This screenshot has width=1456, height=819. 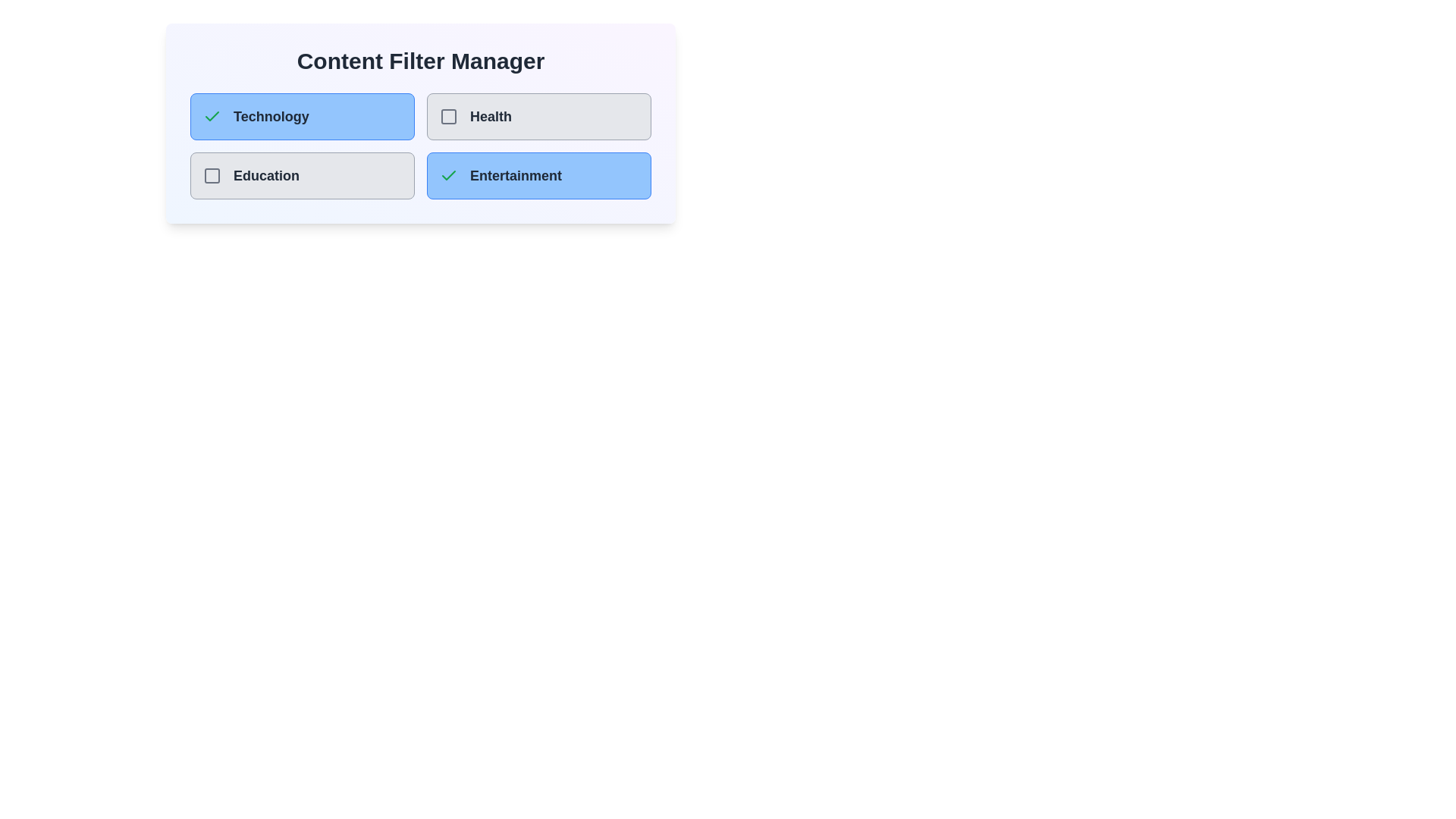 What do you see at coordinates (302, 116) in the screenshot?
I see `the category named Technology` at bounding box center [302, 116].